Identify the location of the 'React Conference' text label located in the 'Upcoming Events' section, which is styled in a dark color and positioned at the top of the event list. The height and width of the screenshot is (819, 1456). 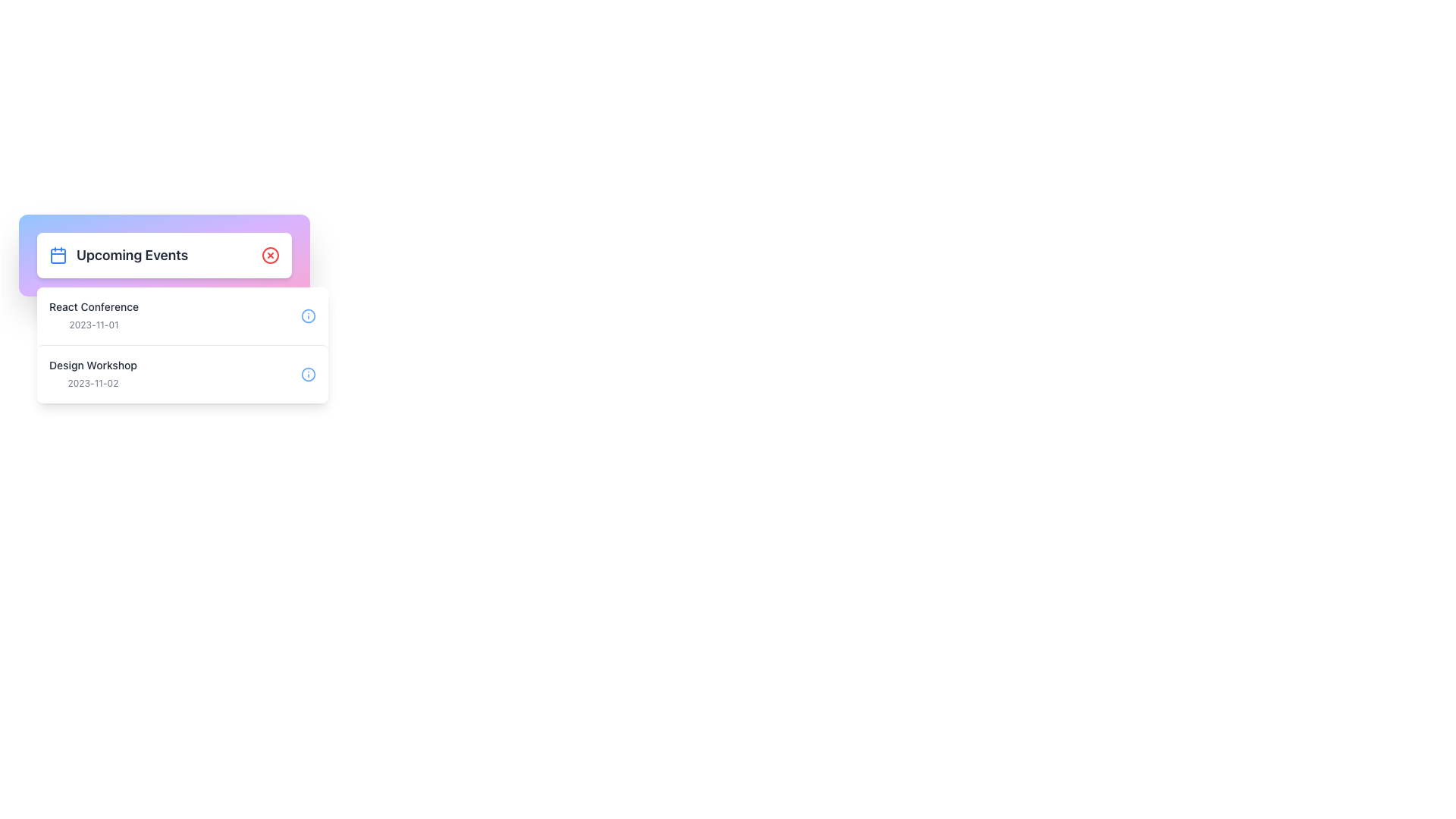
(93, 307).